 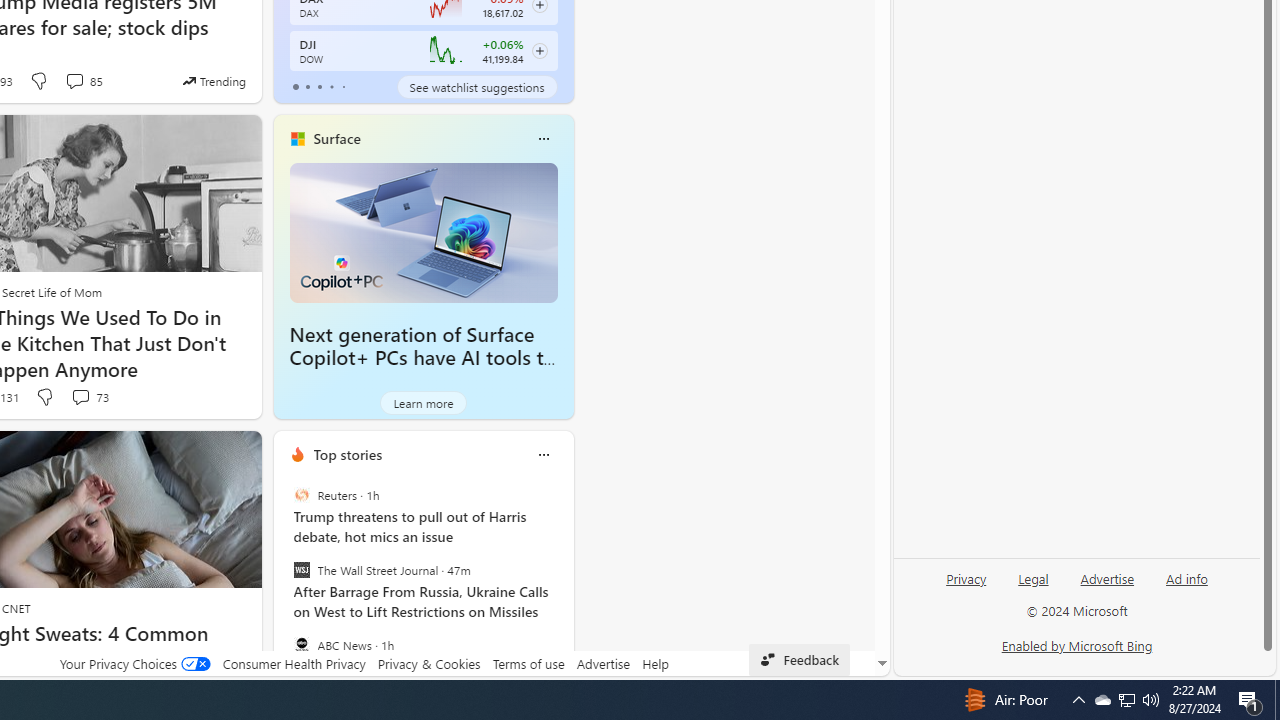 I want to click on 'tab-2', so click(x=320, y=86).